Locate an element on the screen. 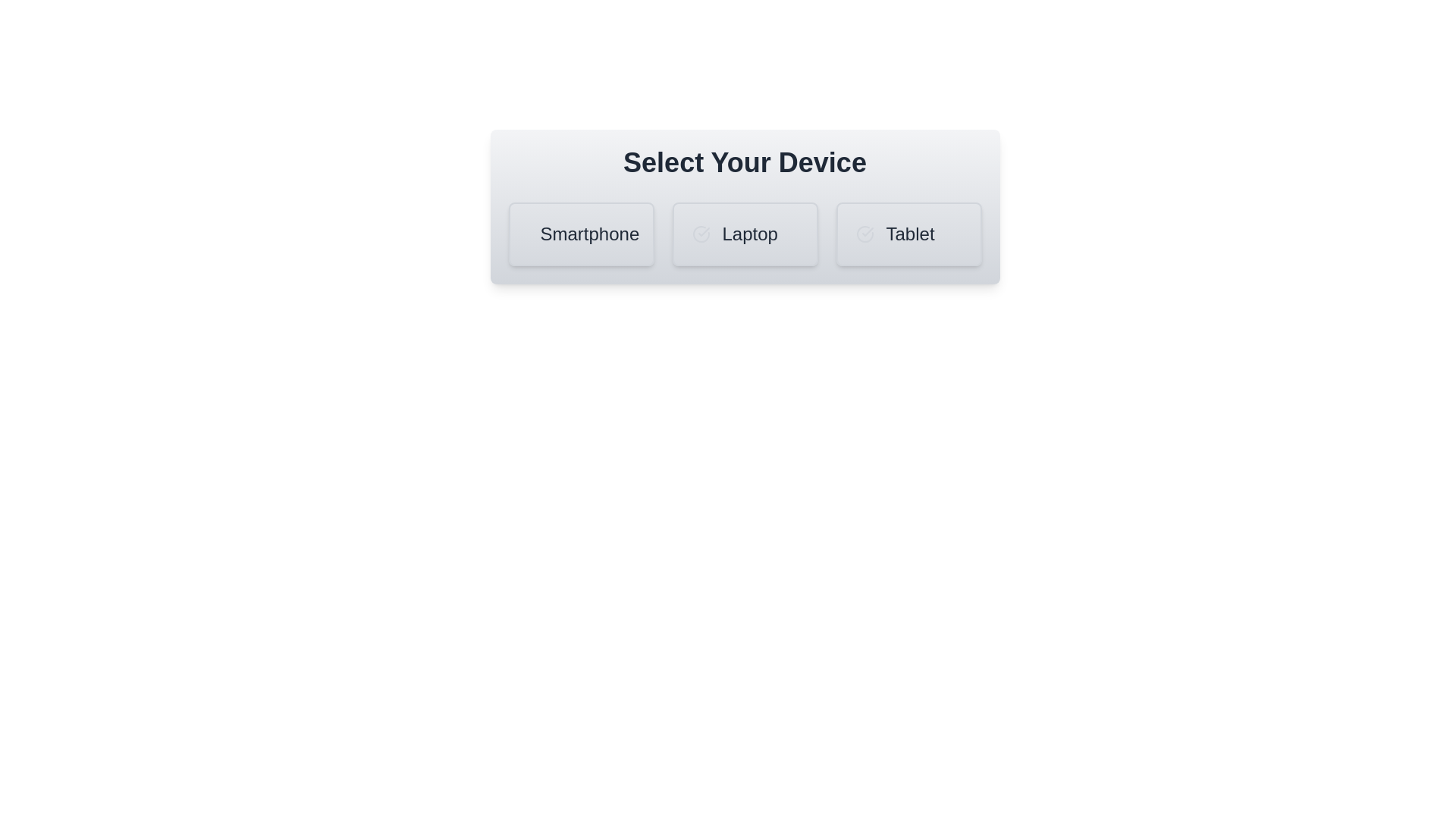  the 'Tablet' radio button is located at coordinates (908, 234).